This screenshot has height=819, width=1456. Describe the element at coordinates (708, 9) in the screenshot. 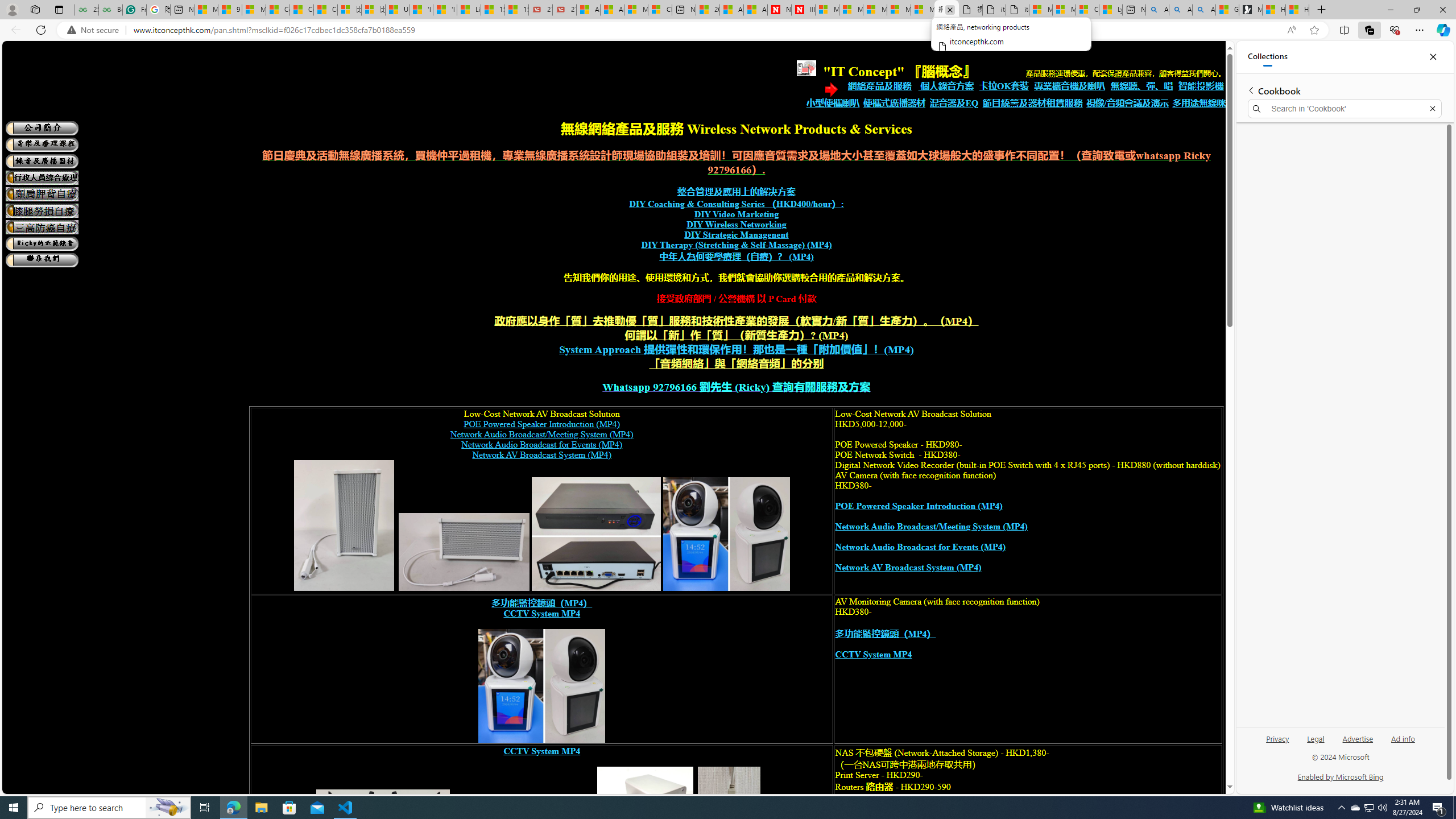

I see `'20 Ways to Boost Your Protein Intake at Every Meal'` at that location.